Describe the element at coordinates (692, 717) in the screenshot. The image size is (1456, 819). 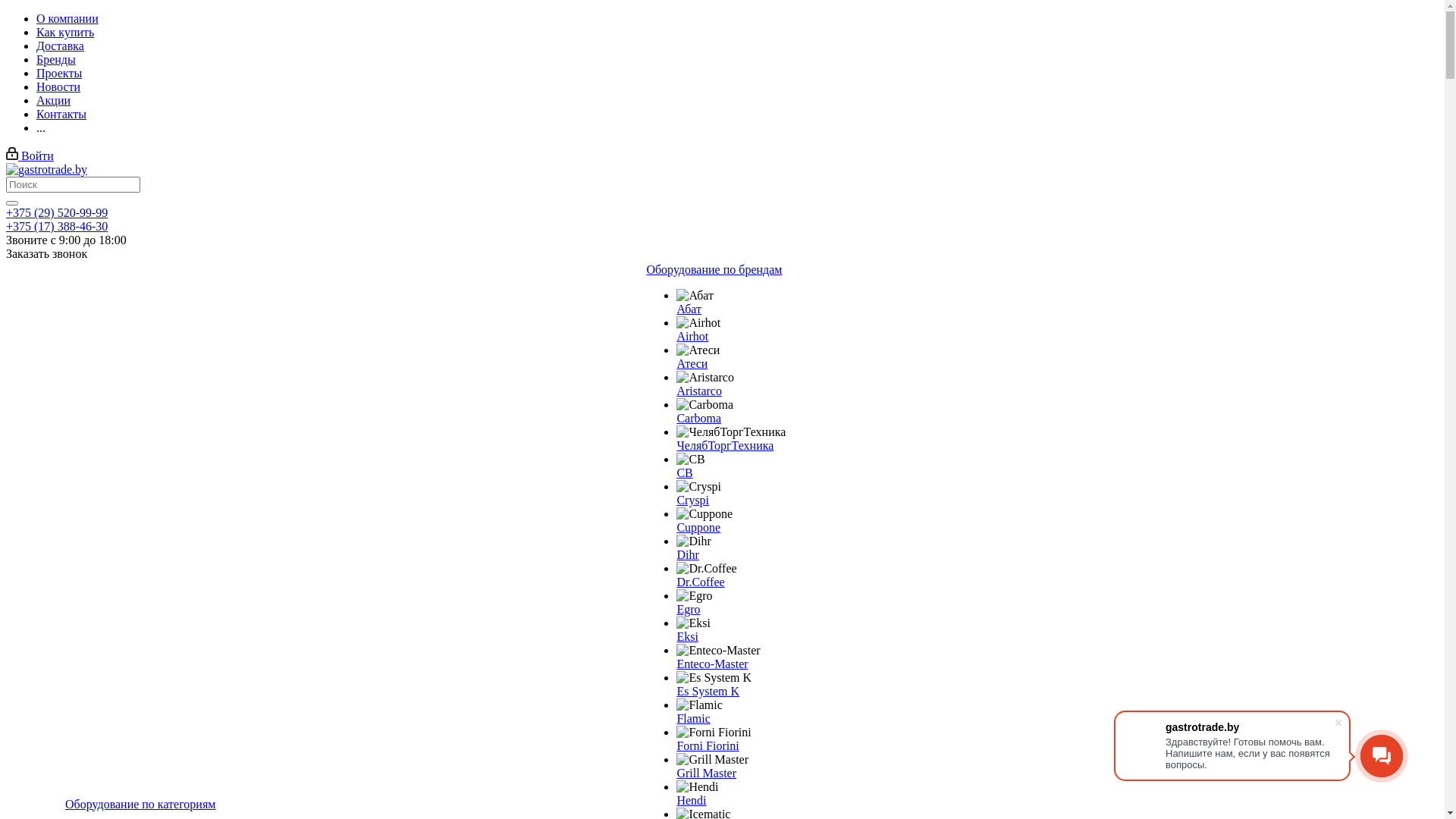
I see `'Flamic'` at that location.